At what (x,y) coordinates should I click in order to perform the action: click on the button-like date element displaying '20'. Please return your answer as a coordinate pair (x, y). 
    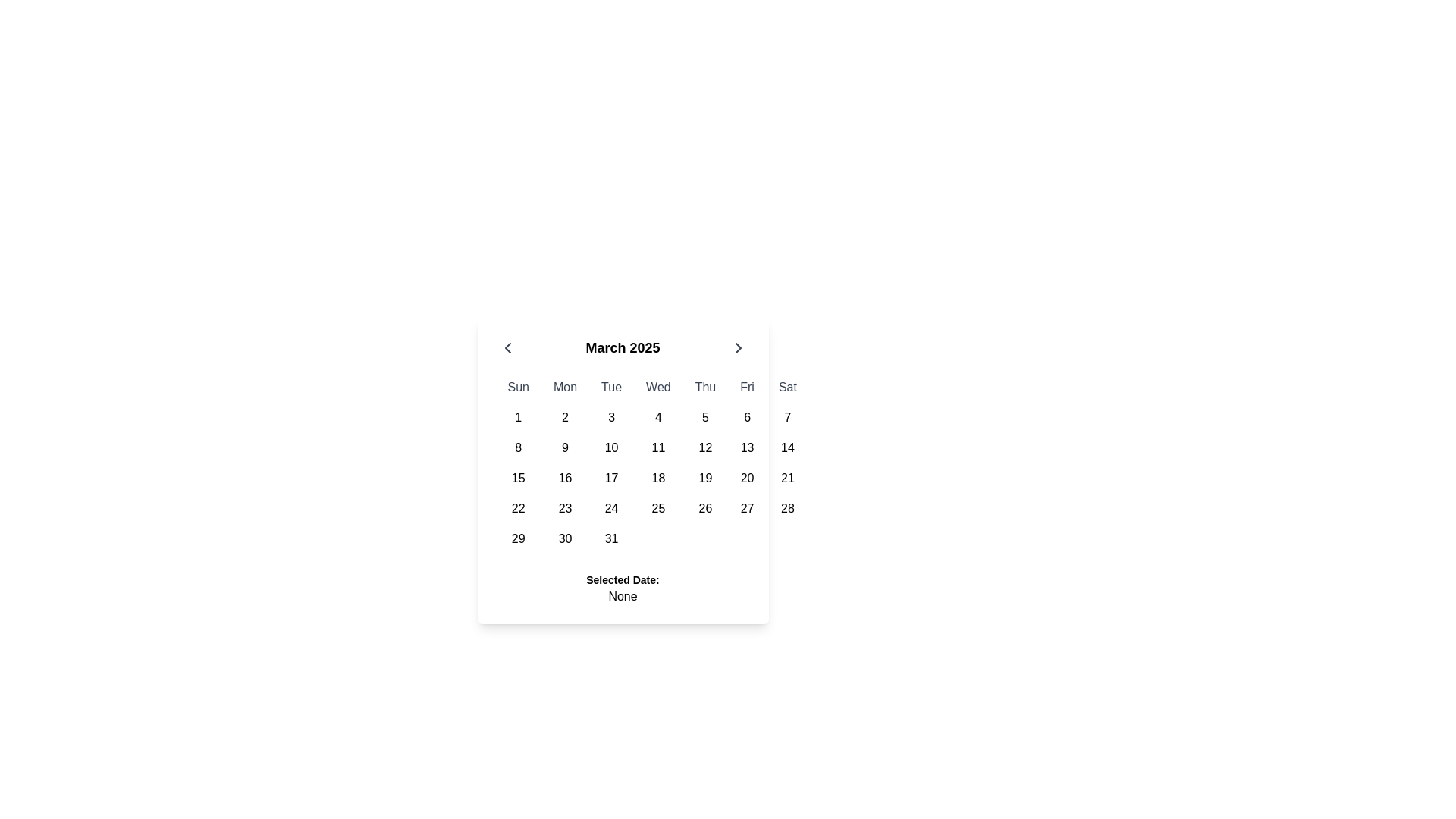
    Looking at the image, I should click on (747, 479).